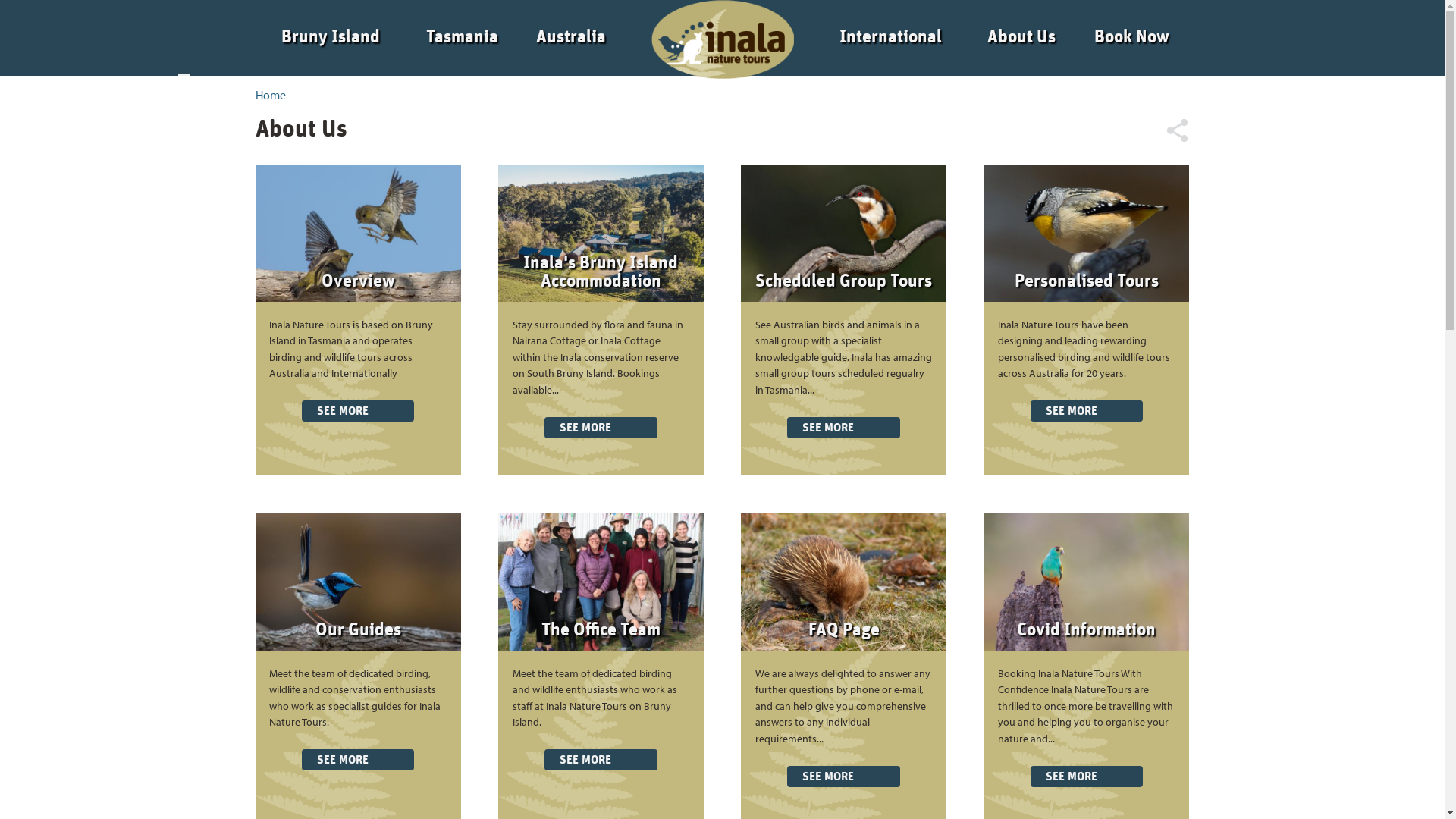 This screenshot has height=819, width=1456. Describe the element at coordinates (1131, 36) in the screenshot. I see `'Book Now'` at that location.